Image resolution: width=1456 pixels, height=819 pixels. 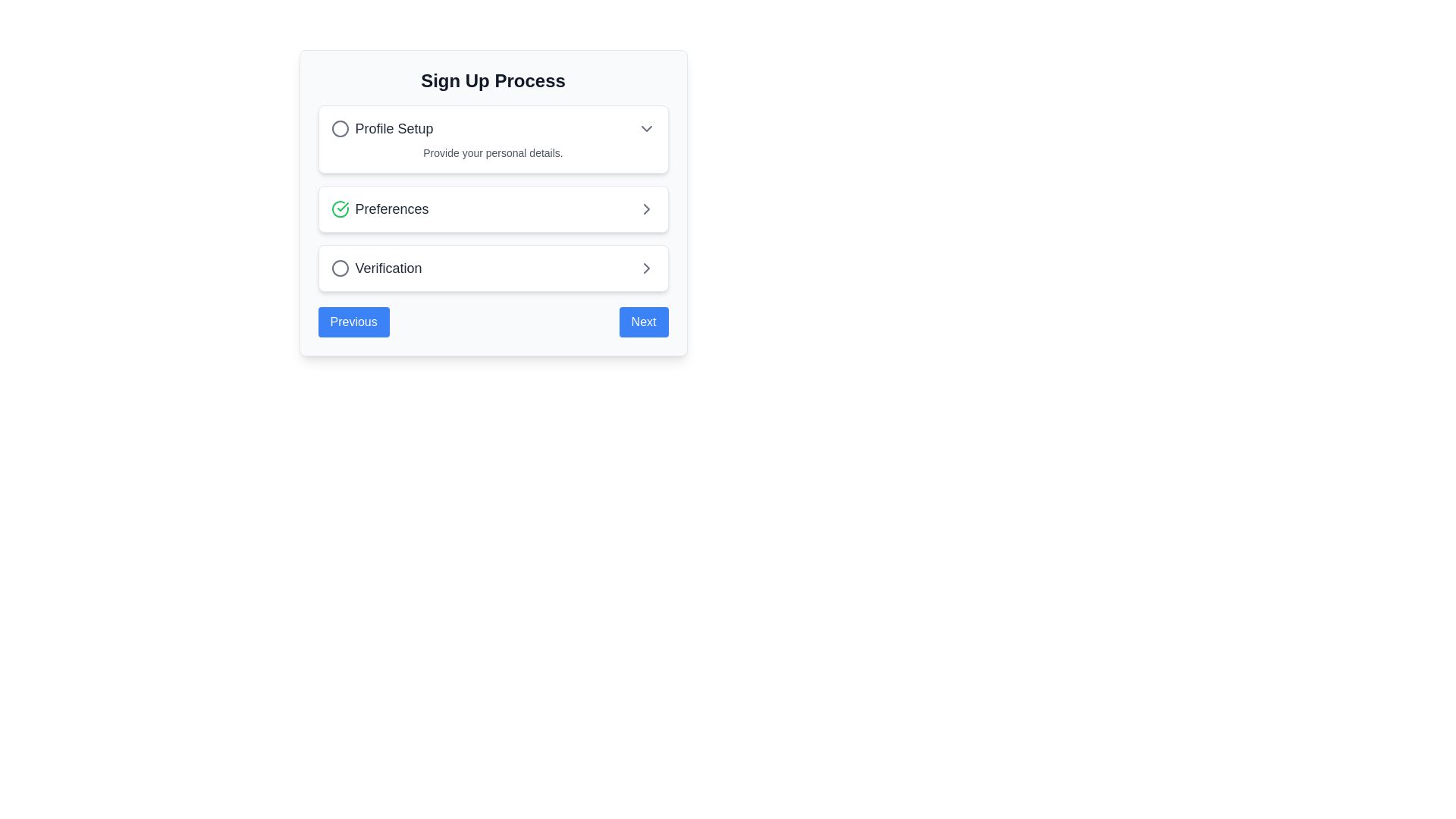 I want to click on the 'Preferences' navigation item, the second selectable item in the list, to interact with it, so click(x=493, y=209).